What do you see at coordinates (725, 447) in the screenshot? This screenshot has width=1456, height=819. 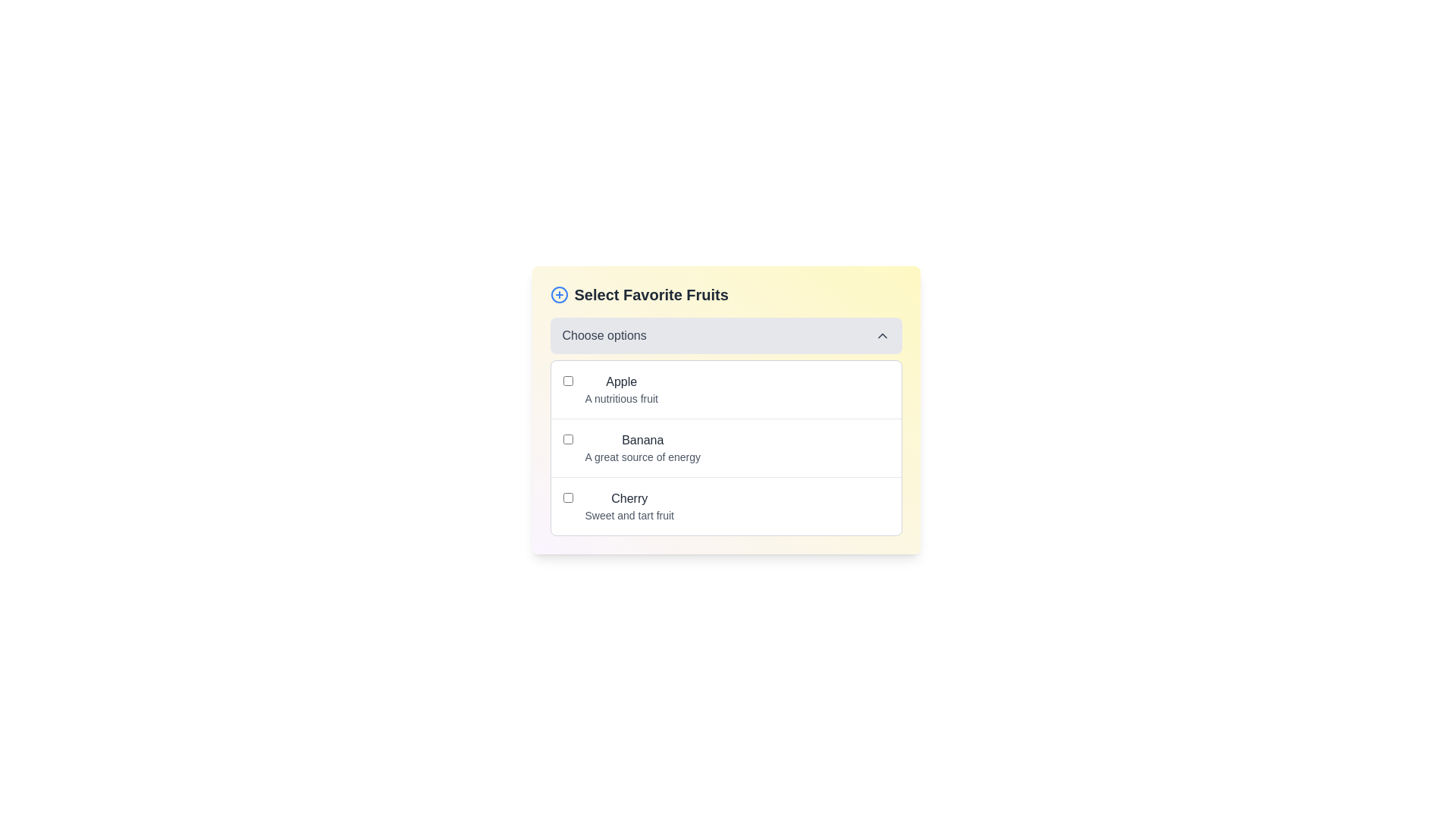 I see `the second list item with a checkbox, which is styled with a light background and is positioned between the items 'Apple' and 'Cherry'` at bounding box center [725, 447].